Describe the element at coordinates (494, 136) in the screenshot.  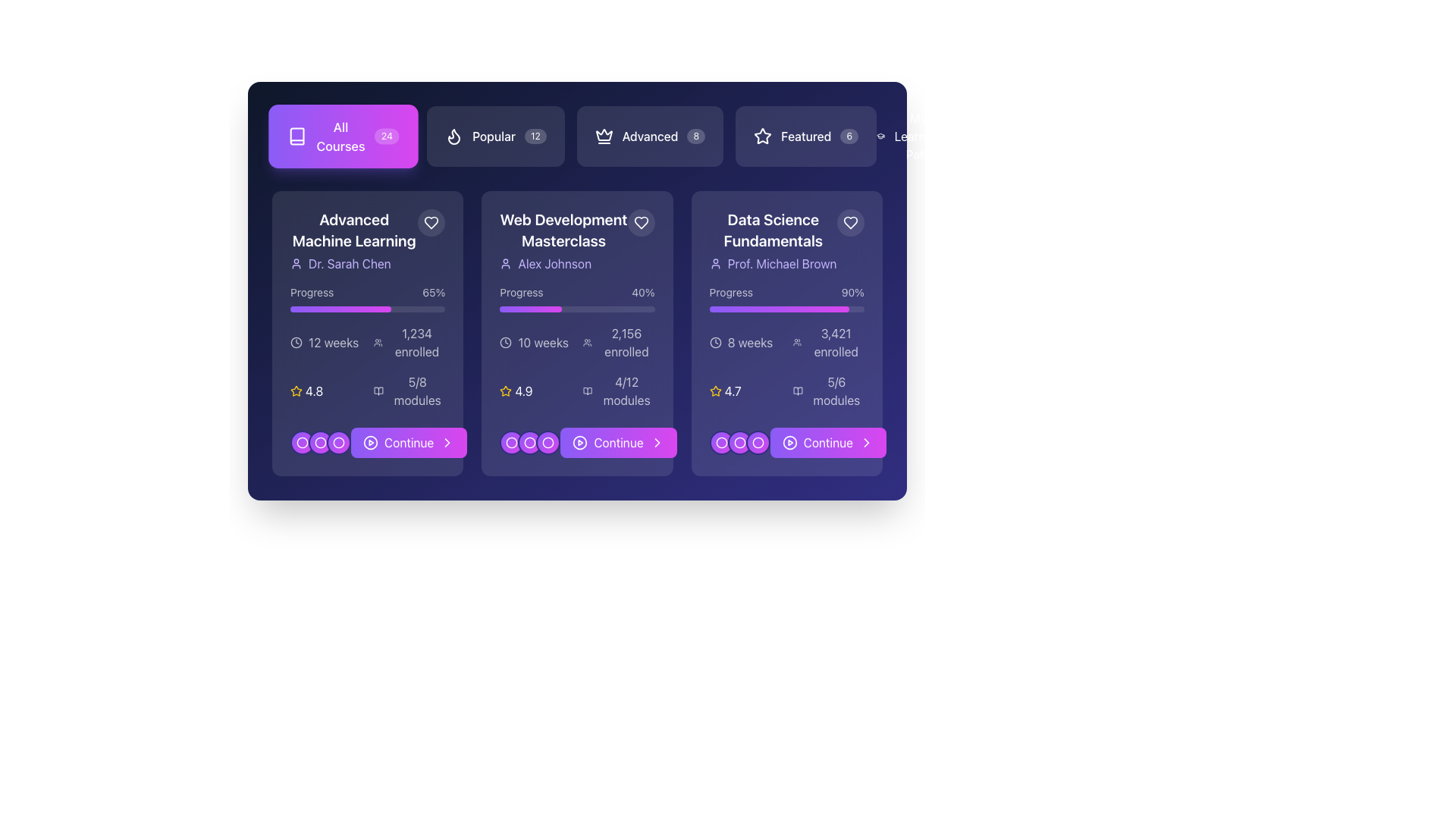
I see `text displayed on the 'Popular' label located in the top-left section of the interface, positioned between an icon and a badge showing '12'` at that location.